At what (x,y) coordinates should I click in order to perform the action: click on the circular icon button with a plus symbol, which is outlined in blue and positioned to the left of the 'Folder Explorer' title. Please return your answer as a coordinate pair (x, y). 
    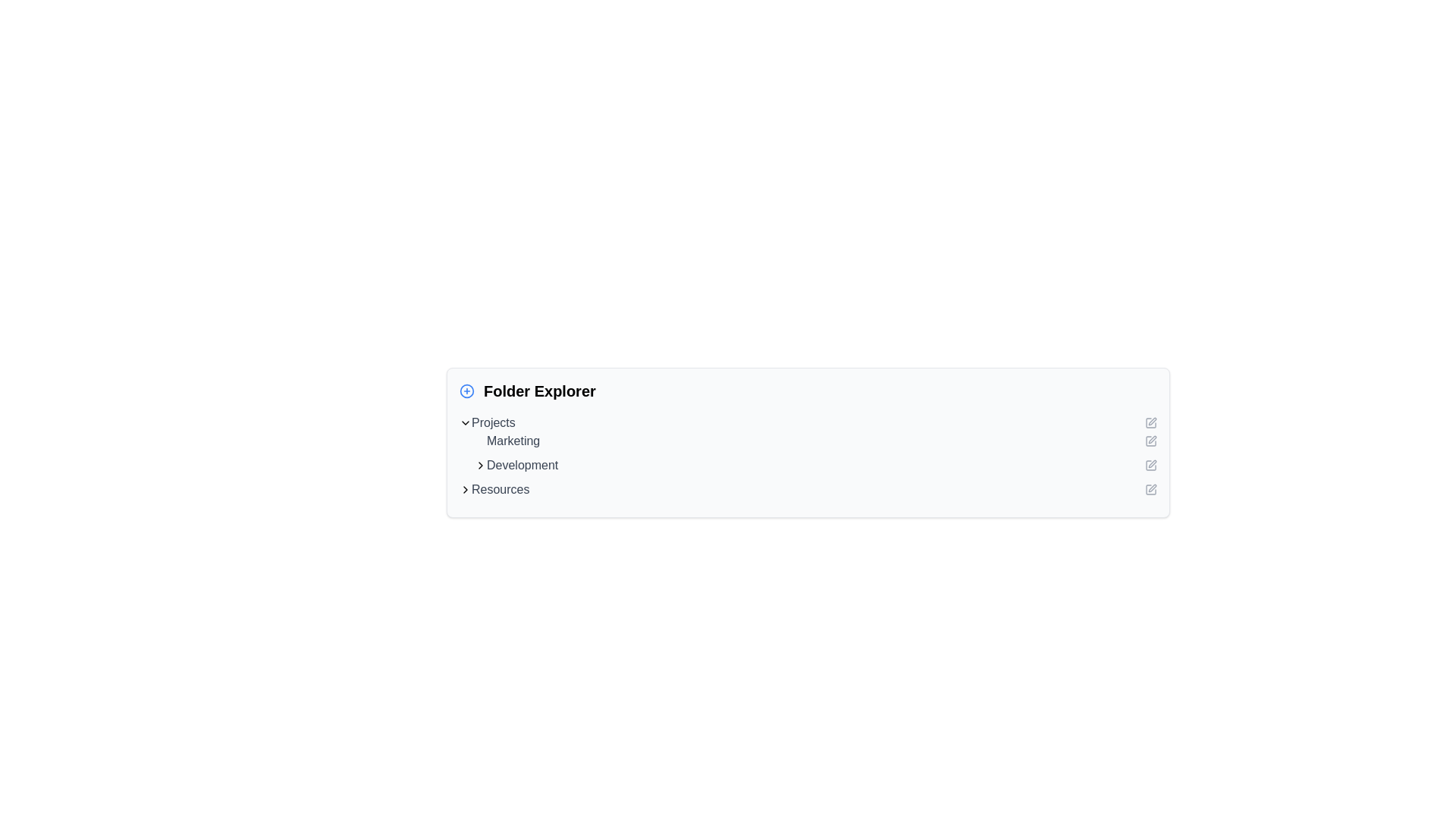
    Looking at the image, I should click on (466, 391).